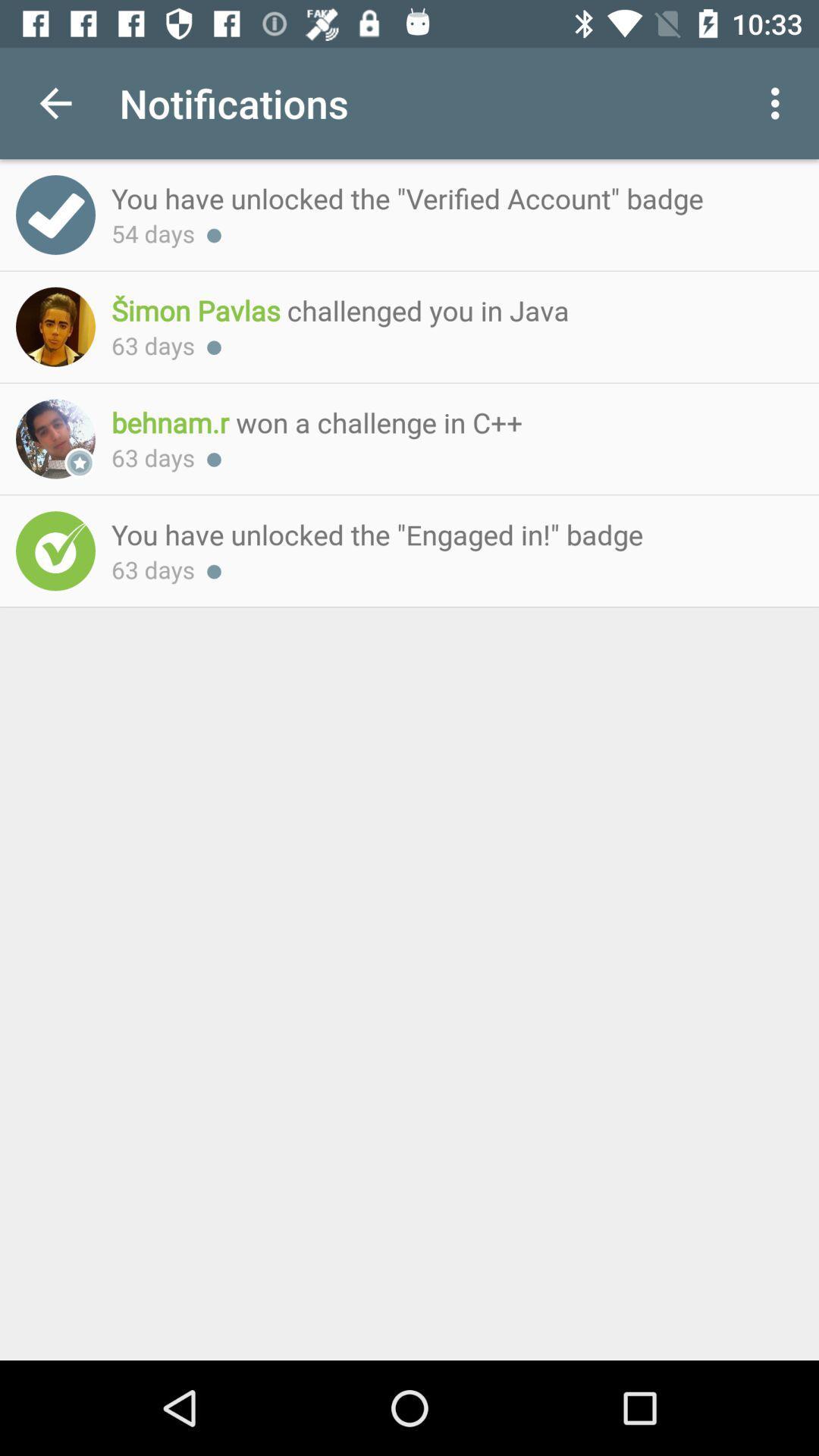  What do you see at coordinates (448, 535) in the screenshot?
I see `the last text above 63 days` at bounding box center [448, 535].